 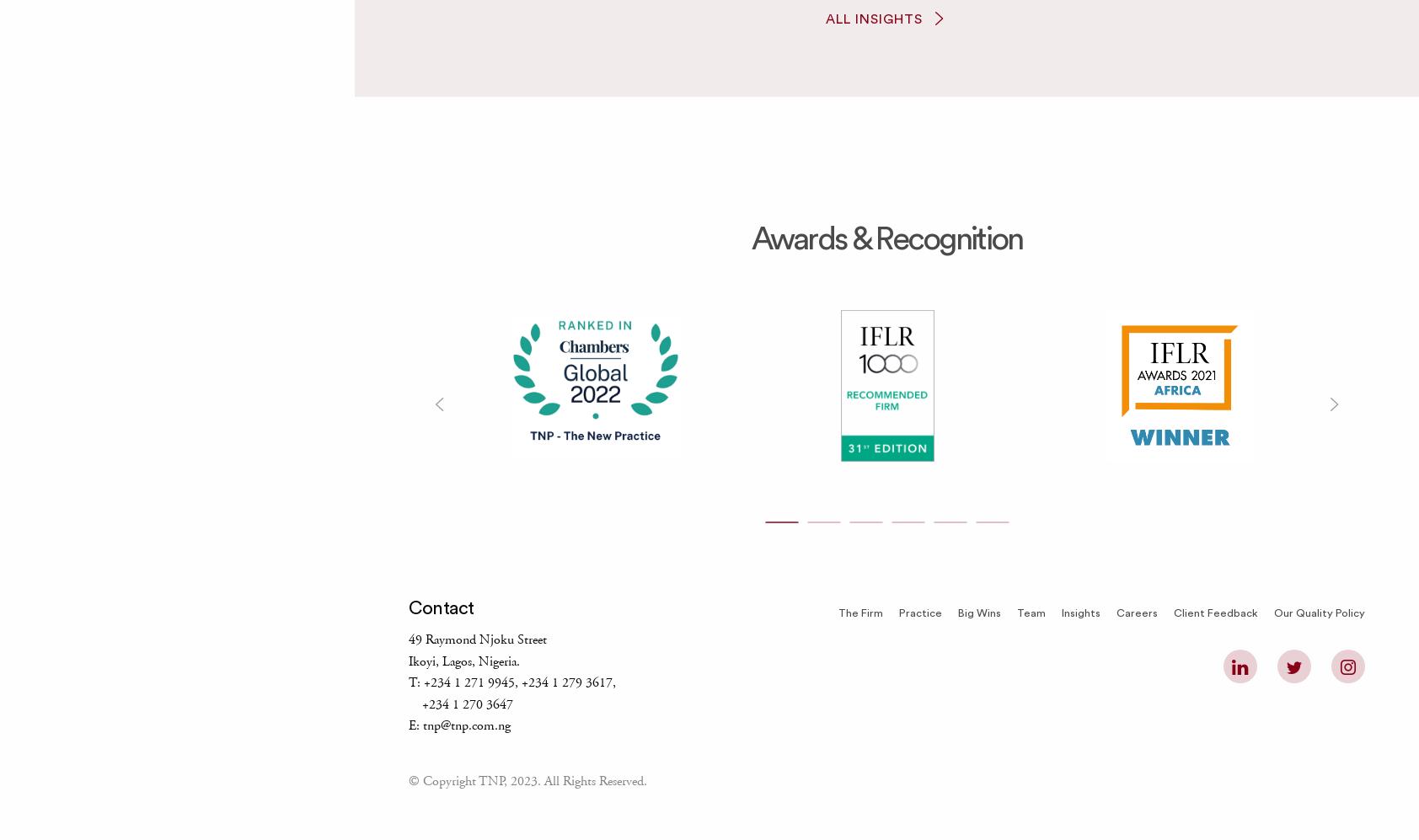 What do you see at coordinates (919, 613) in the screenshot?
I see `'Practice'` at bounding box center [919, 613].